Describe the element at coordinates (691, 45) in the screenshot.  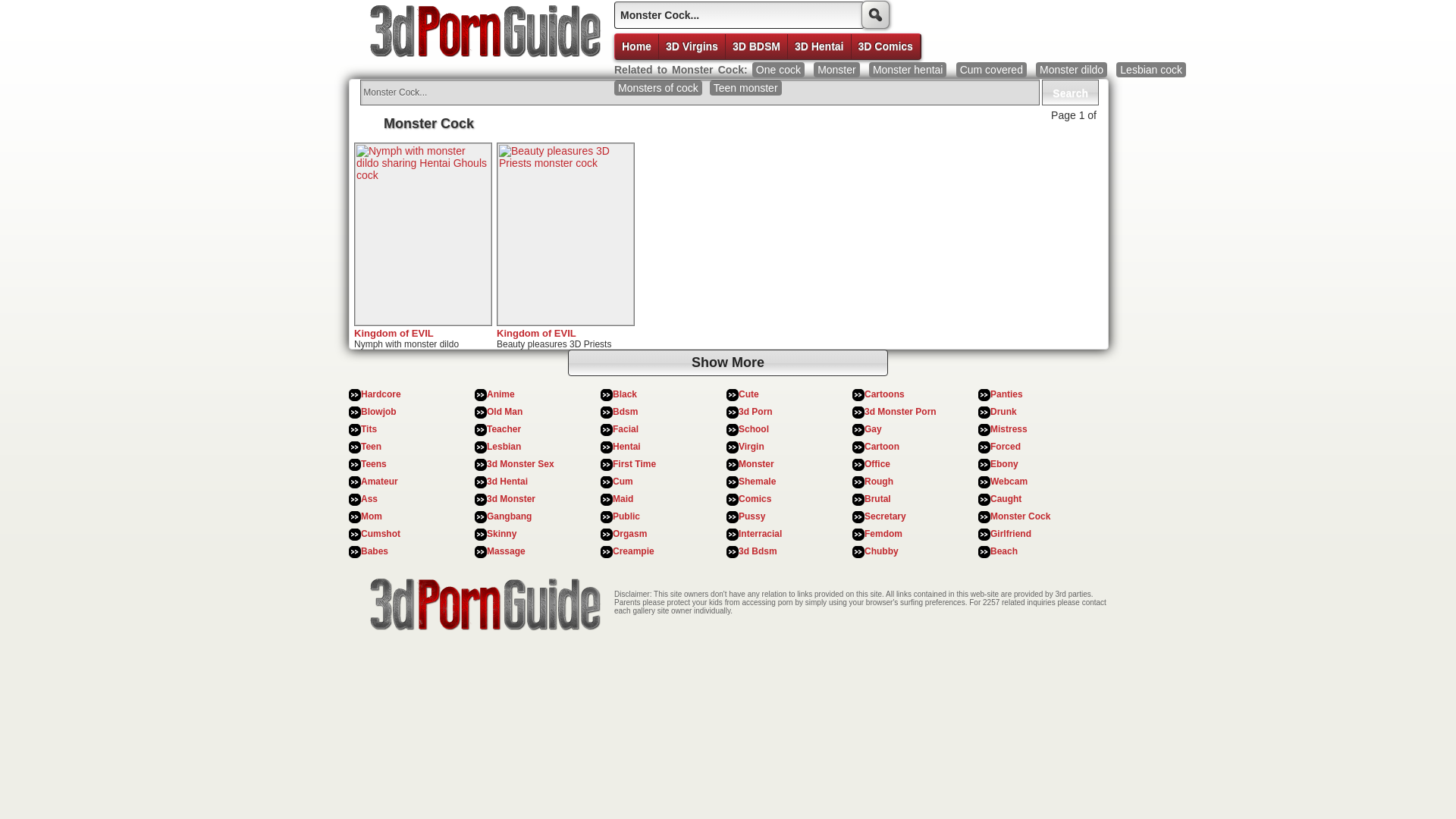
I see `'3D Virgins'` at that location.